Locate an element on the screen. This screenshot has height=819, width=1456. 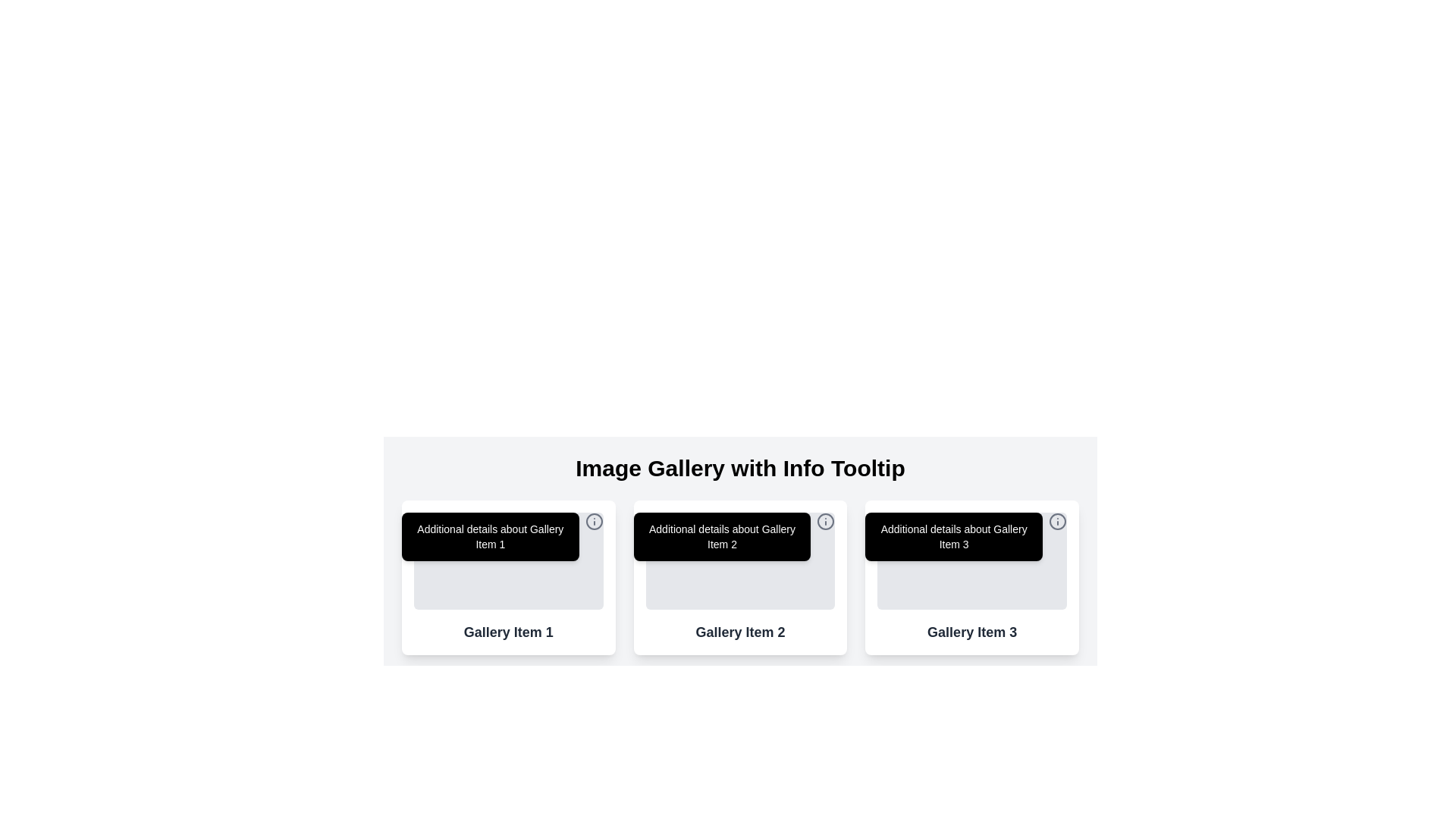
the heading that introduces the gallery section, which is centrally located above the grid of gallery items is located at coordinates (740, 467).